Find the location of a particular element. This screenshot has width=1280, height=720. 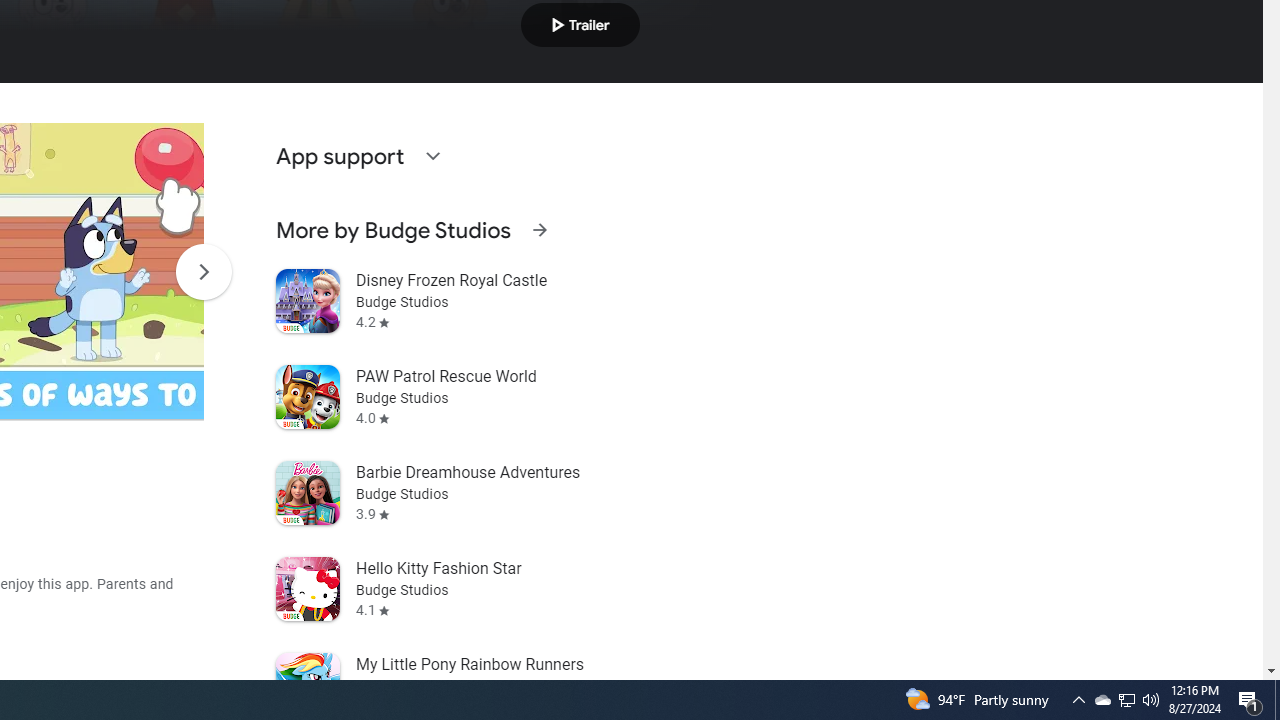

'See more information on More by Budge Studios' is located at coordinates (539, 229).